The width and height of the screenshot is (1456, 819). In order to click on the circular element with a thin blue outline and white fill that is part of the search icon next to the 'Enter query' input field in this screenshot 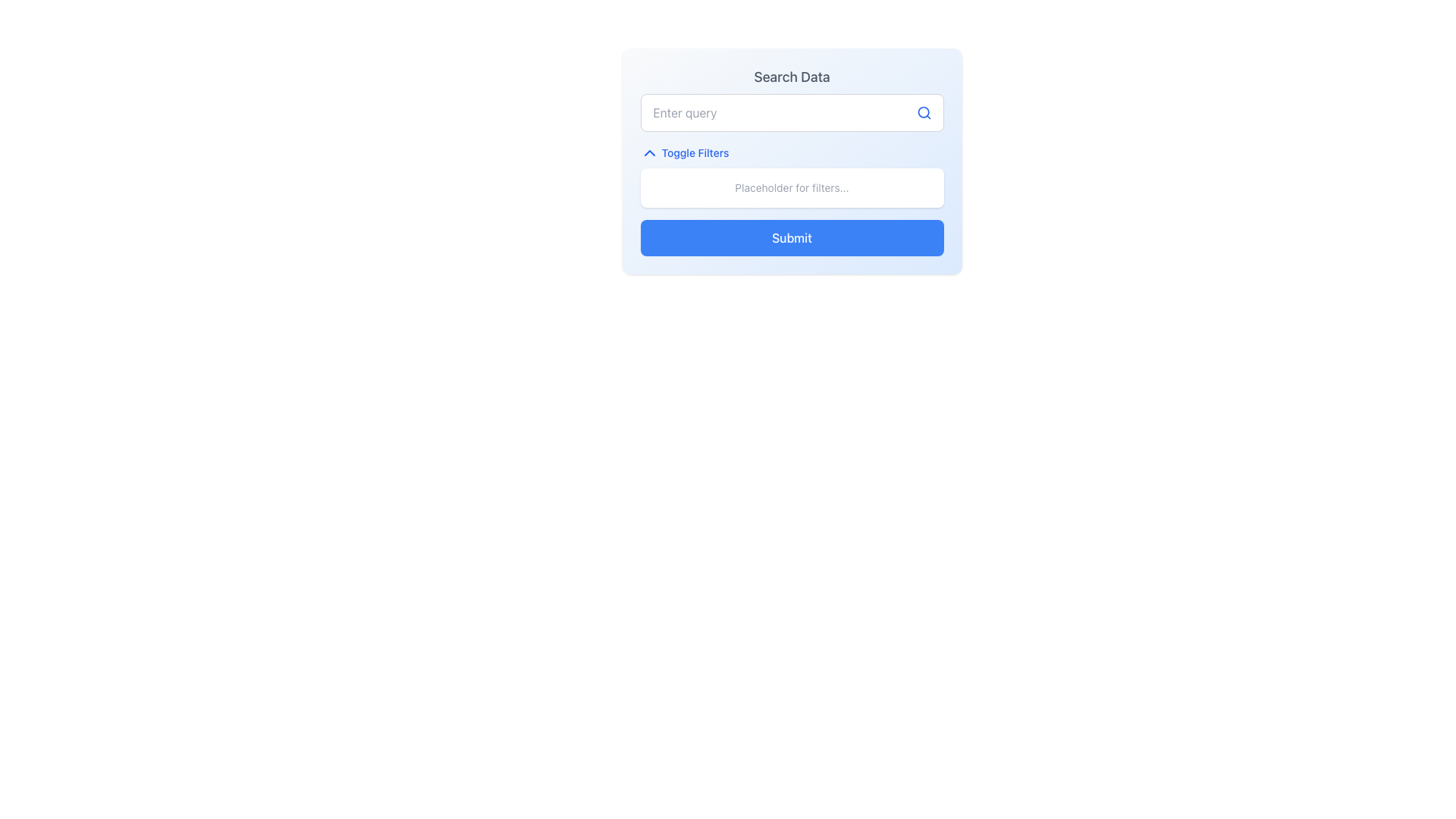, I will do `click(922, 111)`.